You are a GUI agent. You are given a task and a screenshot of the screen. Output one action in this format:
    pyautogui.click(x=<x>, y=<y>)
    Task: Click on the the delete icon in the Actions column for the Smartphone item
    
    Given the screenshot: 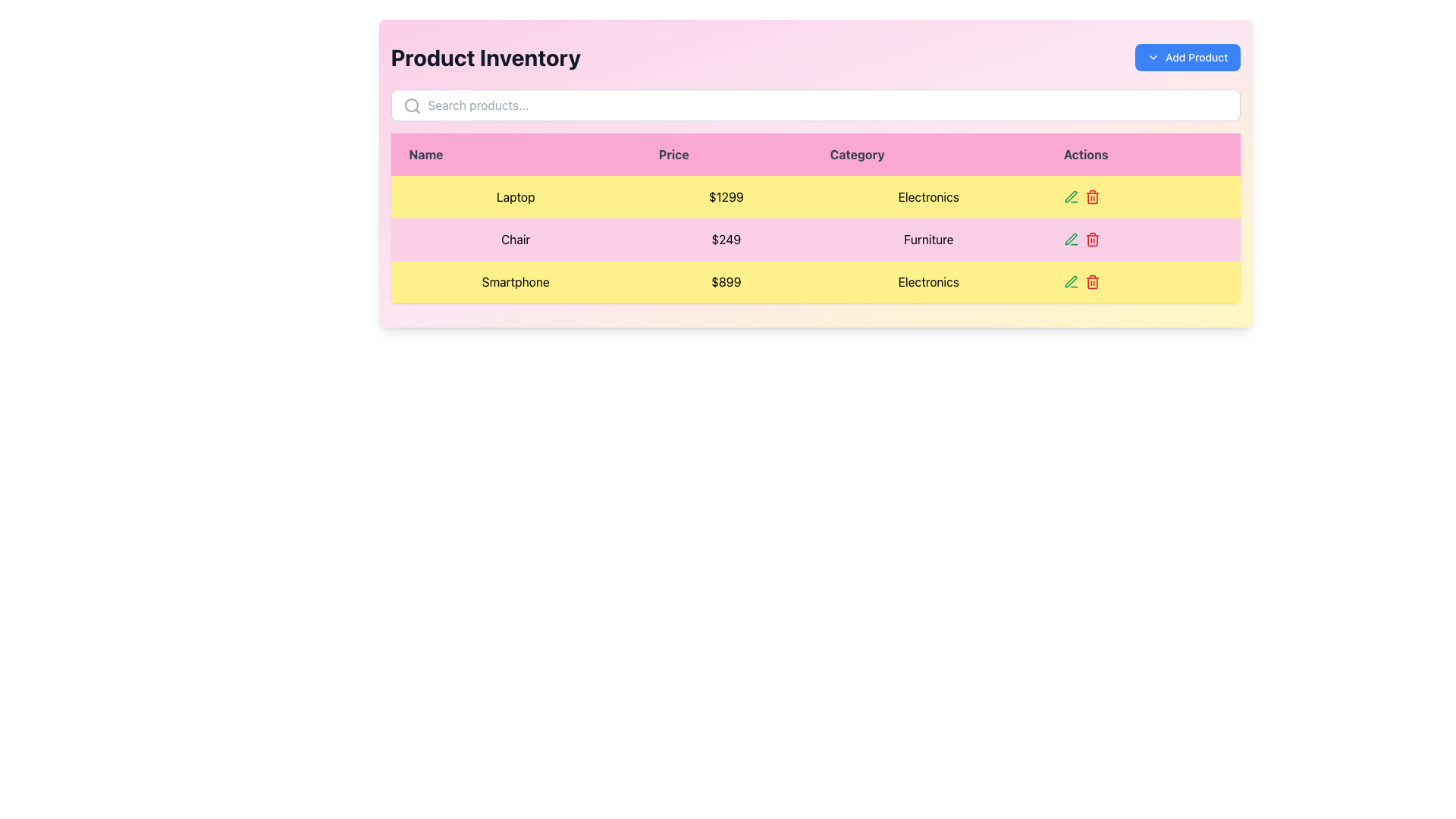 What is the action you would take?
    pyautogui.click(x=1092, y=196)
    